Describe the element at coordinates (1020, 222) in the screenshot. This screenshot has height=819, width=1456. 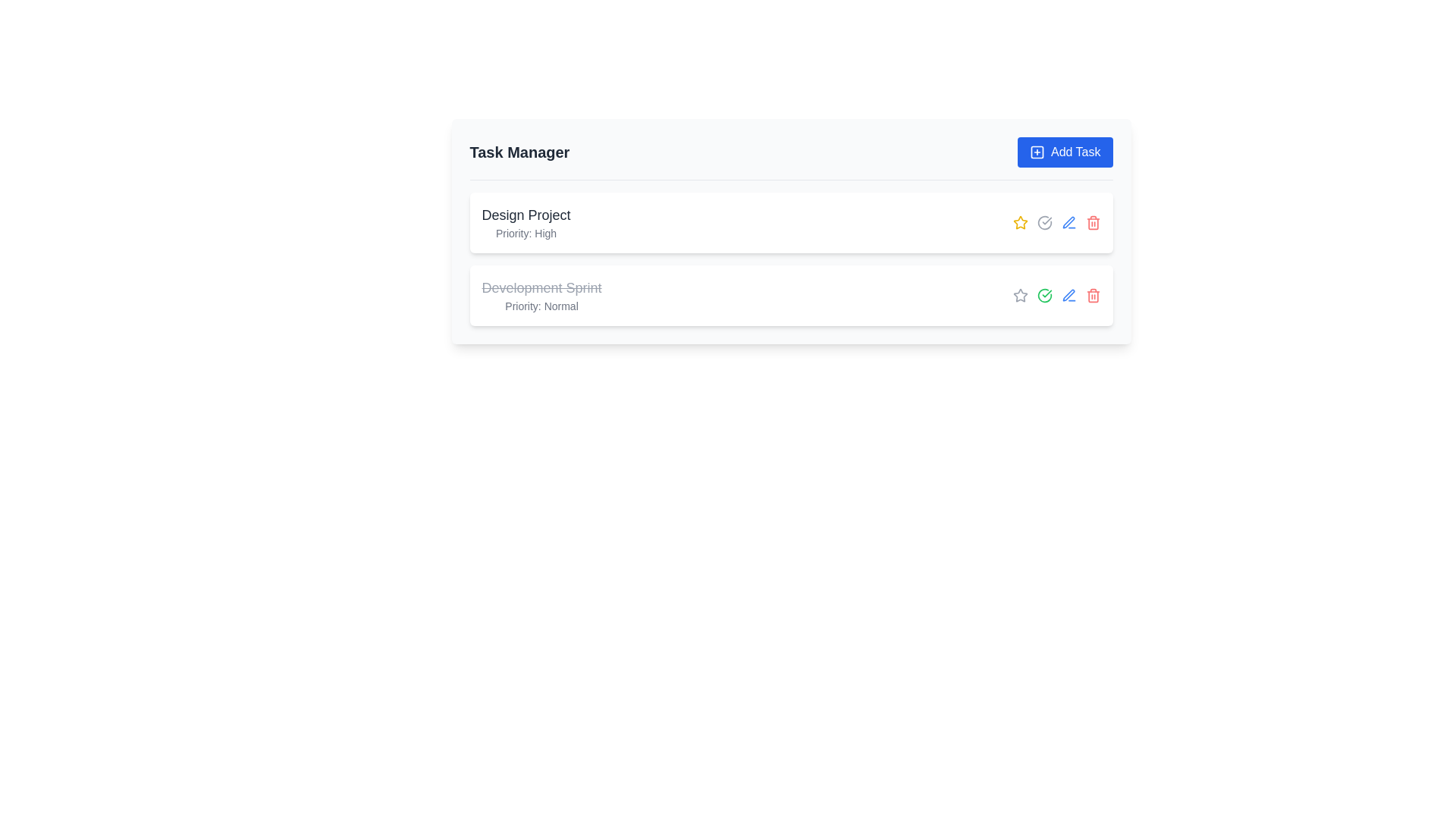
I see `the leftmost star icon in the task list interface` at that location.